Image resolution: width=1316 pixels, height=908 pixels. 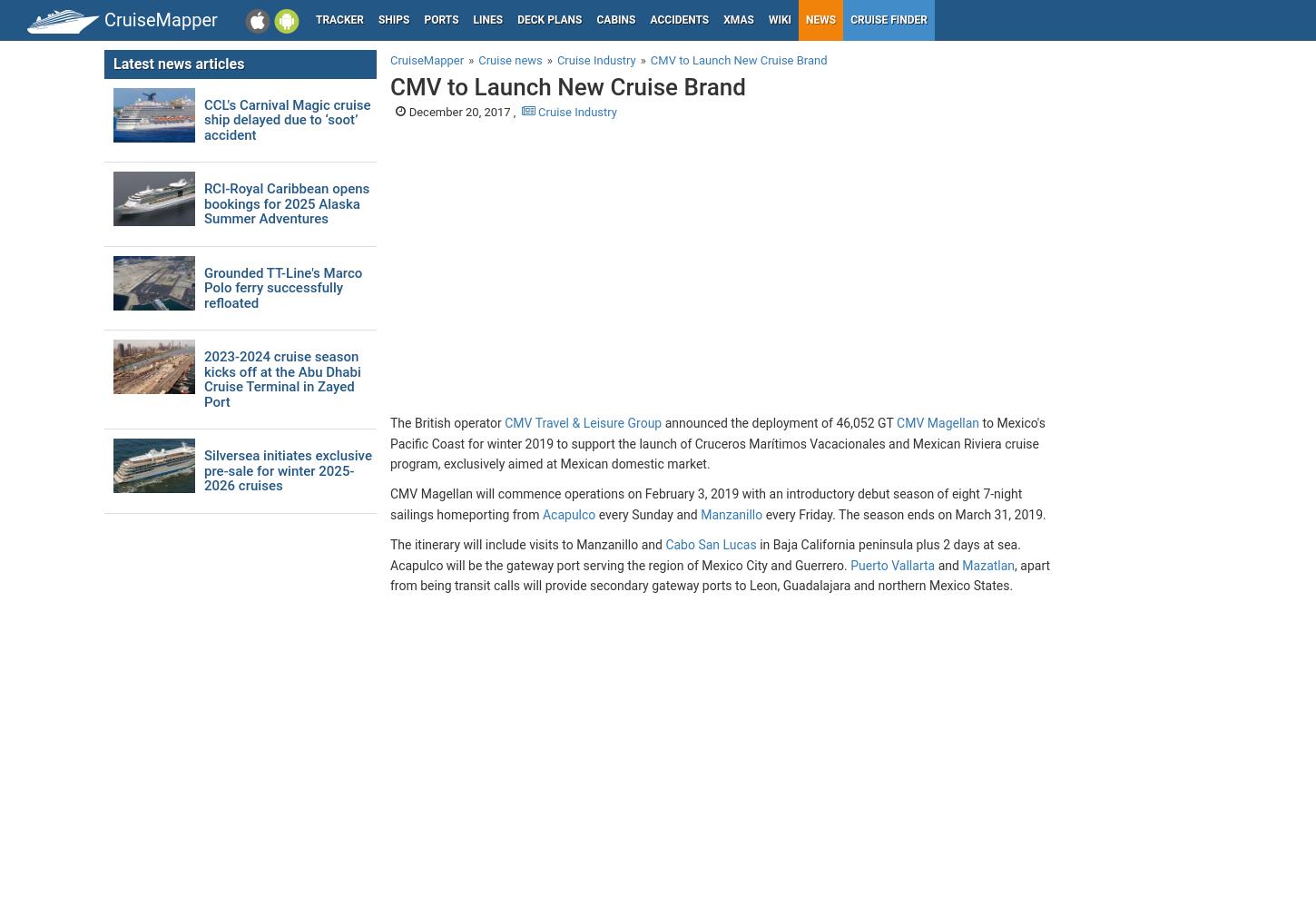 What do you see at coordinates (906, 513) in the screenshot?
I see `'every Friday. The season ends on March 31, 2019.'` at bounding box center [906, 513].